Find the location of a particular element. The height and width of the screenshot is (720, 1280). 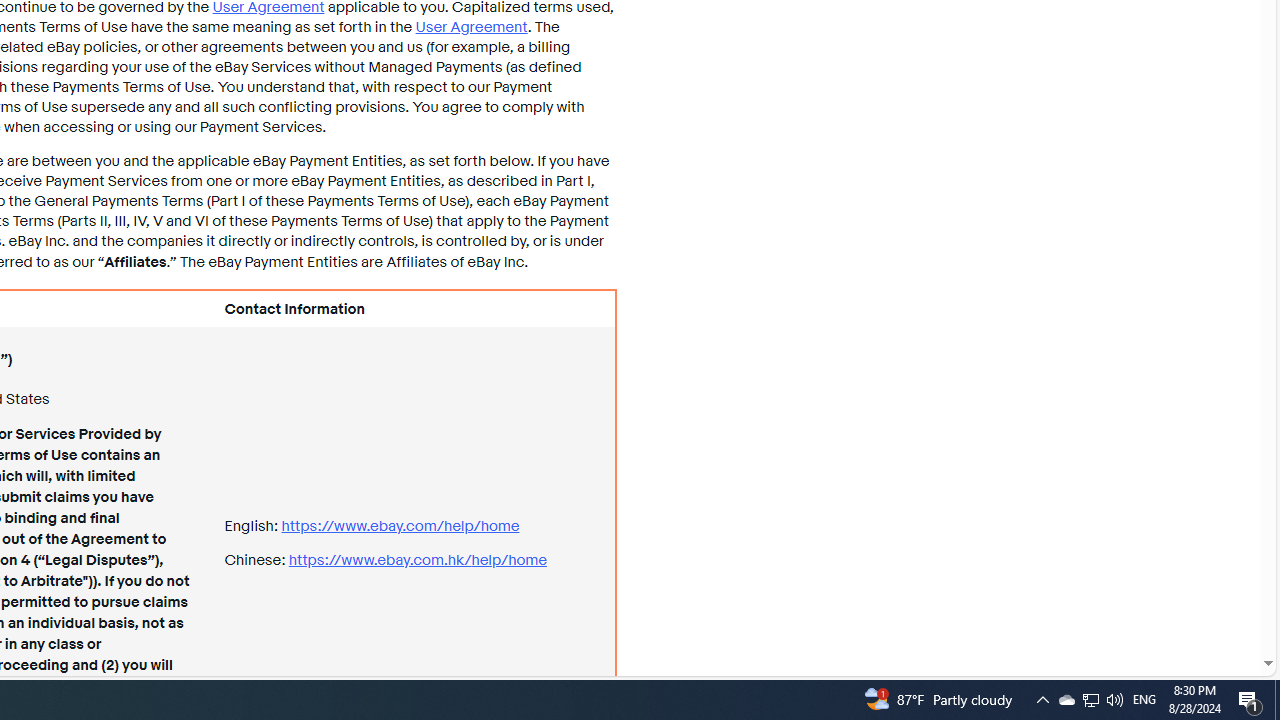

'https://www.ebay.com.hk/ help/home' is located at coordinates (416, 560).